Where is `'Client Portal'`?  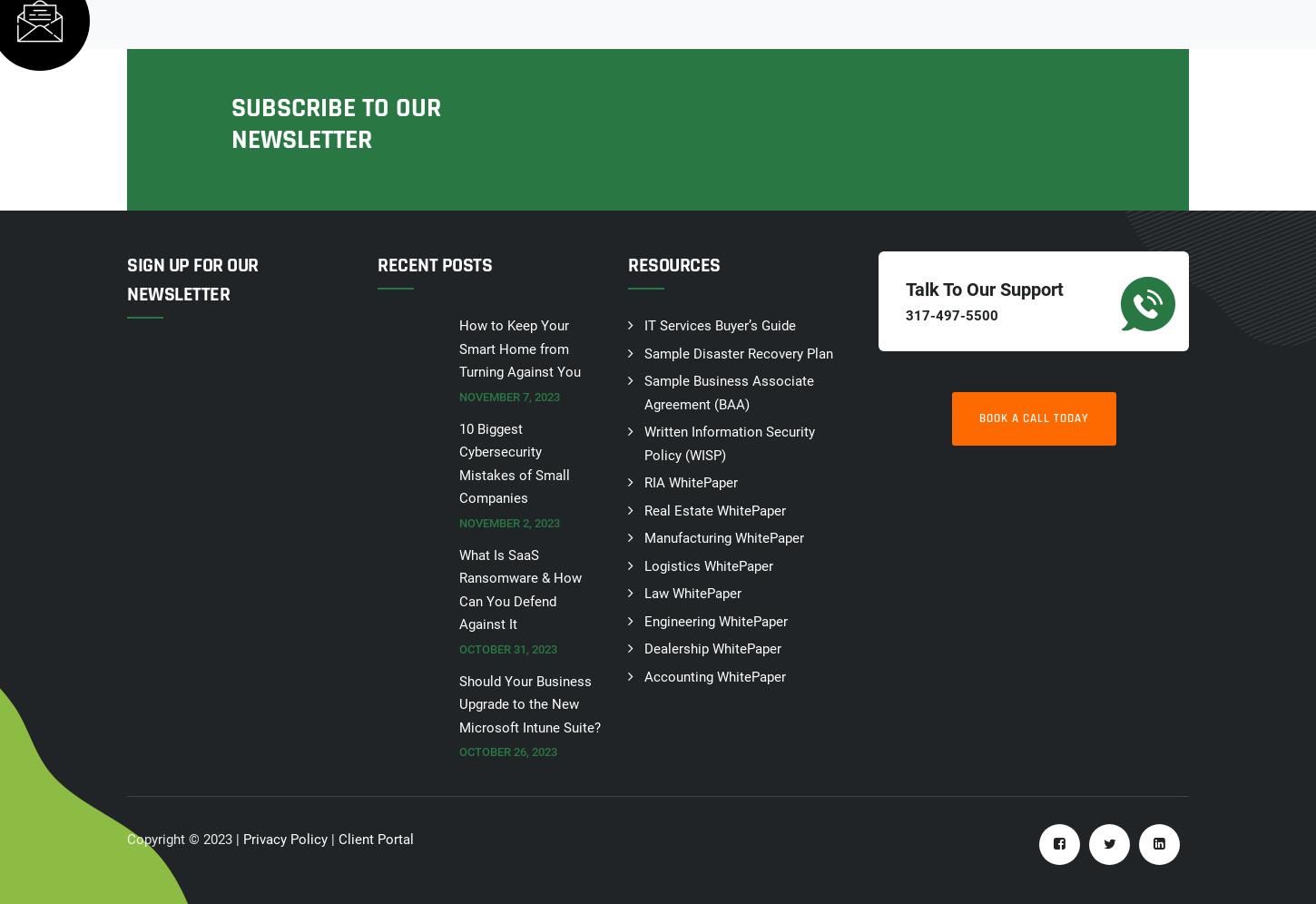 'Client Portal' is located at coordinates (375, 839).